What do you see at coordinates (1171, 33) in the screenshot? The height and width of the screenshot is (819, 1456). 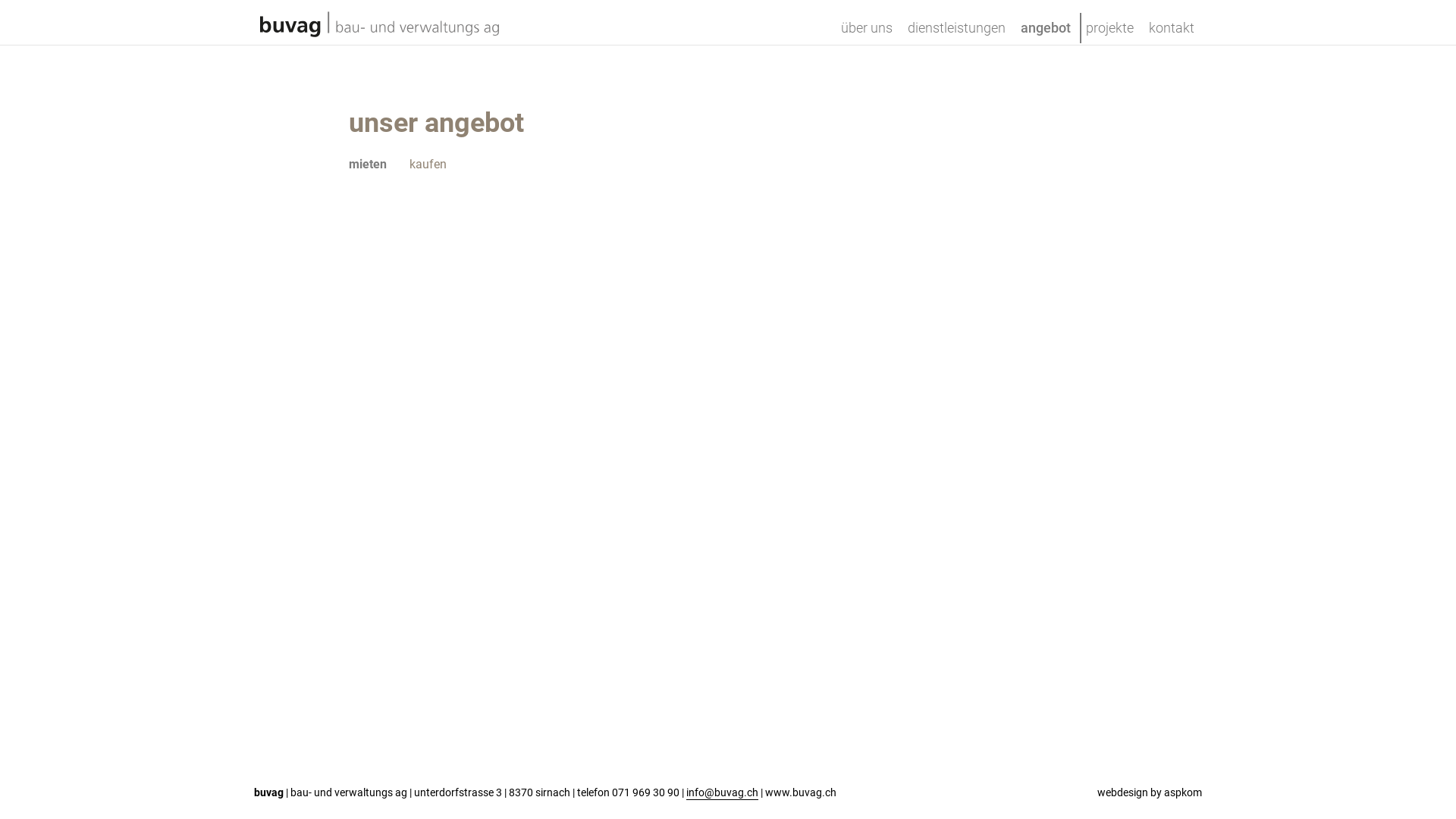 I see `'kontakt'` at bounding box center [1171, 33].